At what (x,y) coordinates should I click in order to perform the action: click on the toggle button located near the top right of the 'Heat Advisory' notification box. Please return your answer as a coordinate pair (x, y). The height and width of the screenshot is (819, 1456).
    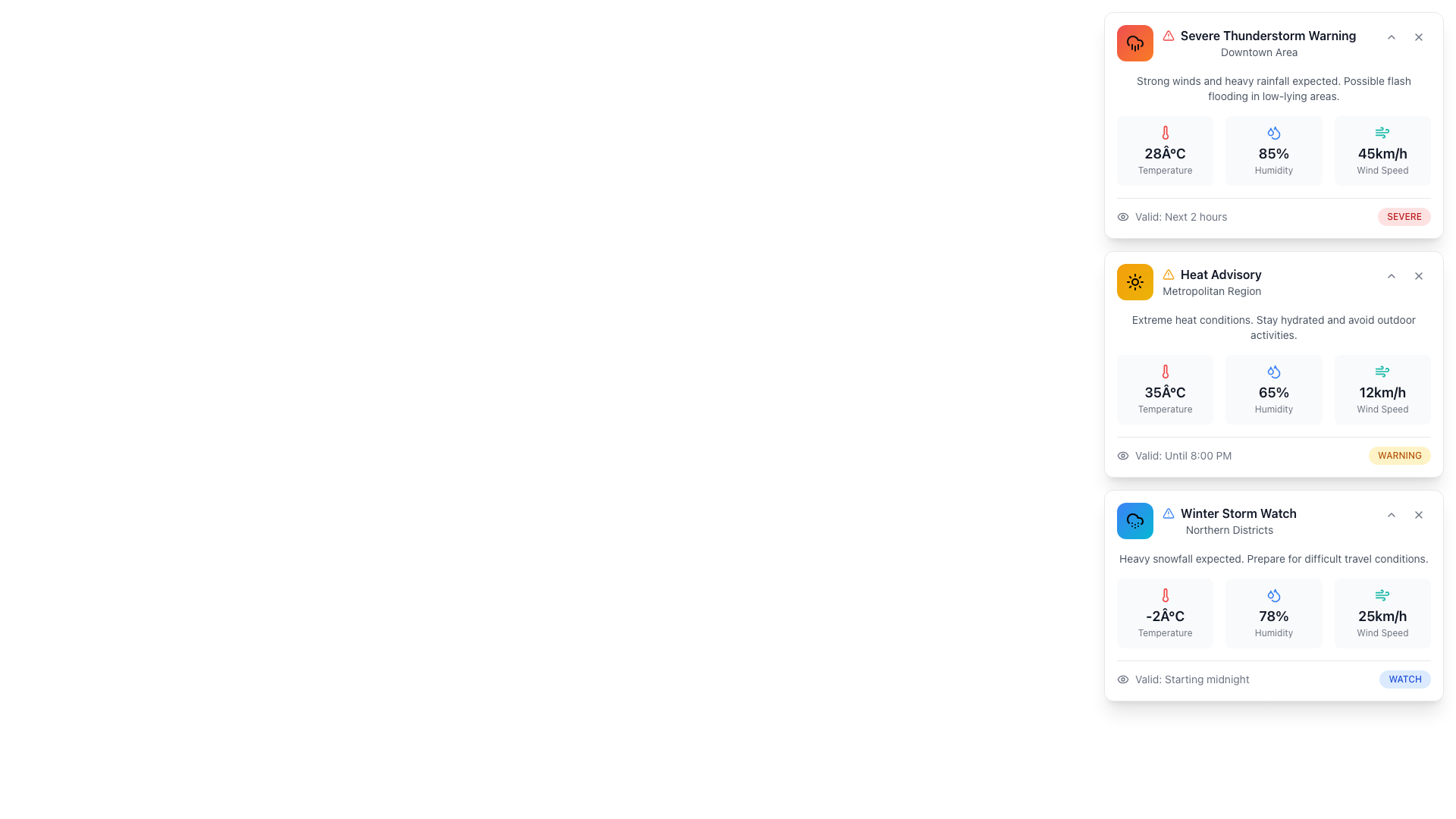
    Looking at the image, I should click on (1391, 275).